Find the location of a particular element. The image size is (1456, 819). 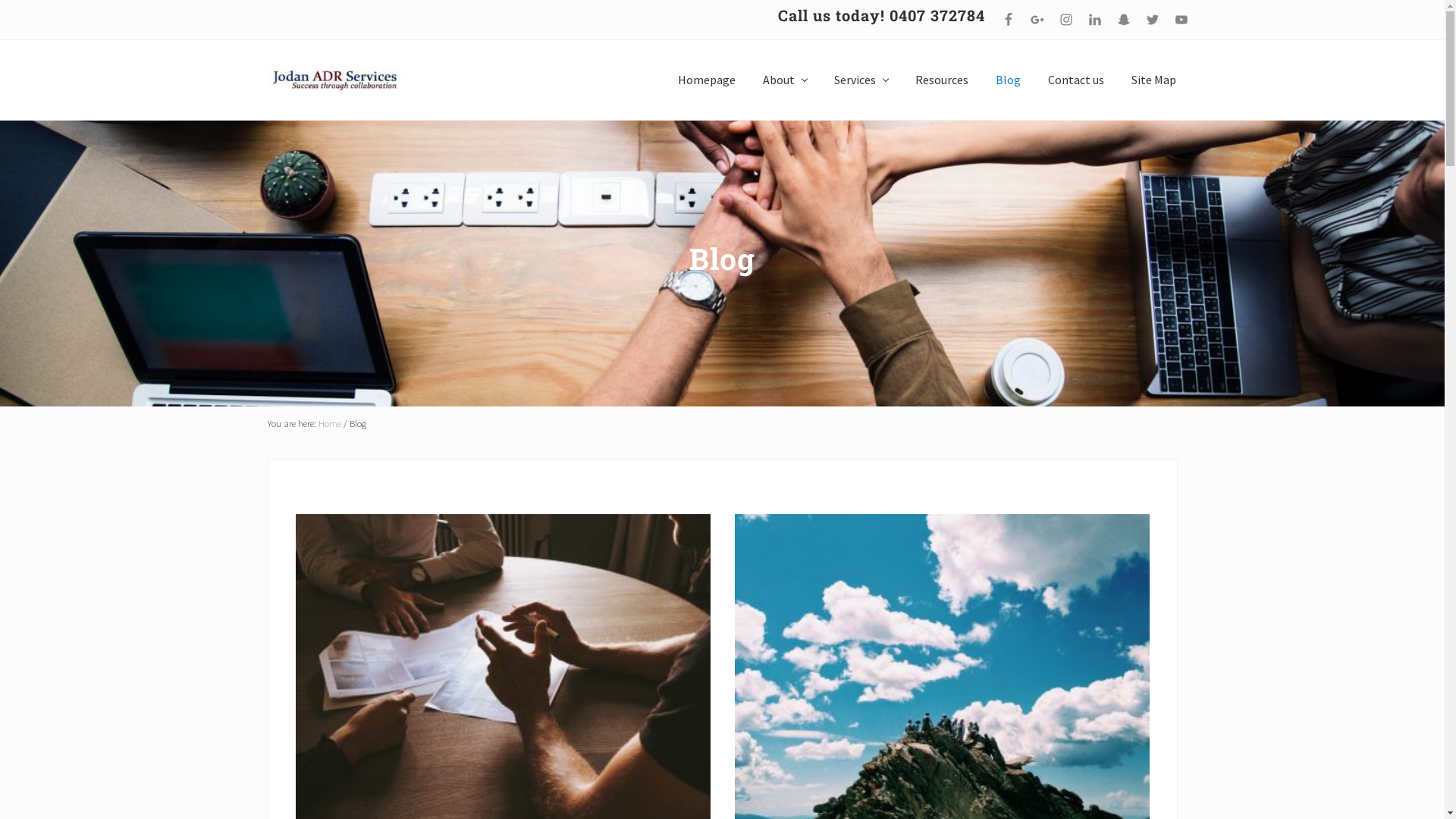

'YouTube' is located at coordinates (1168, 20).